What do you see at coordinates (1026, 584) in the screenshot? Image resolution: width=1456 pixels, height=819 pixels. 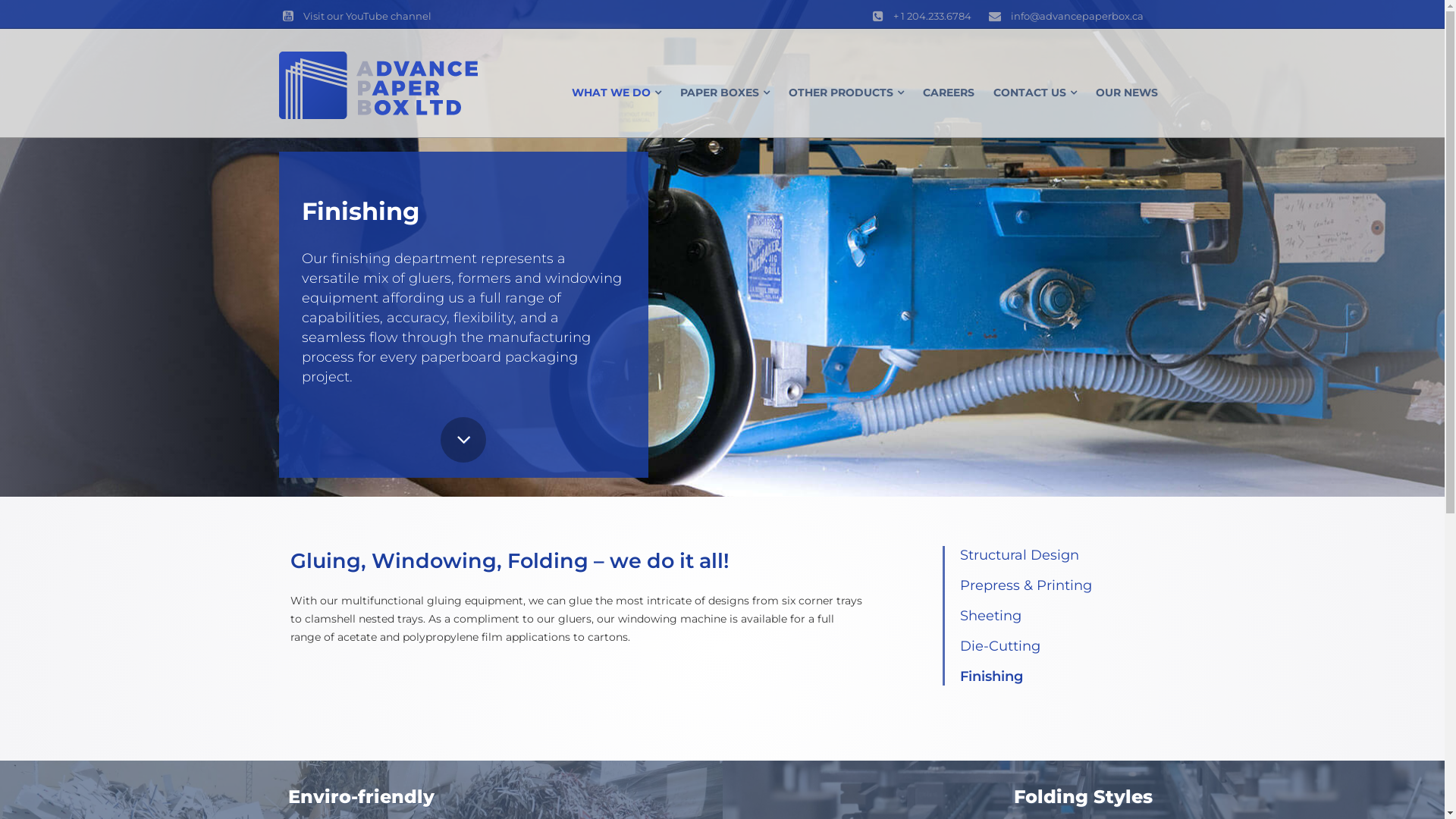 I see `'Prepress & Printing'` at bounding box center [1026, 584].